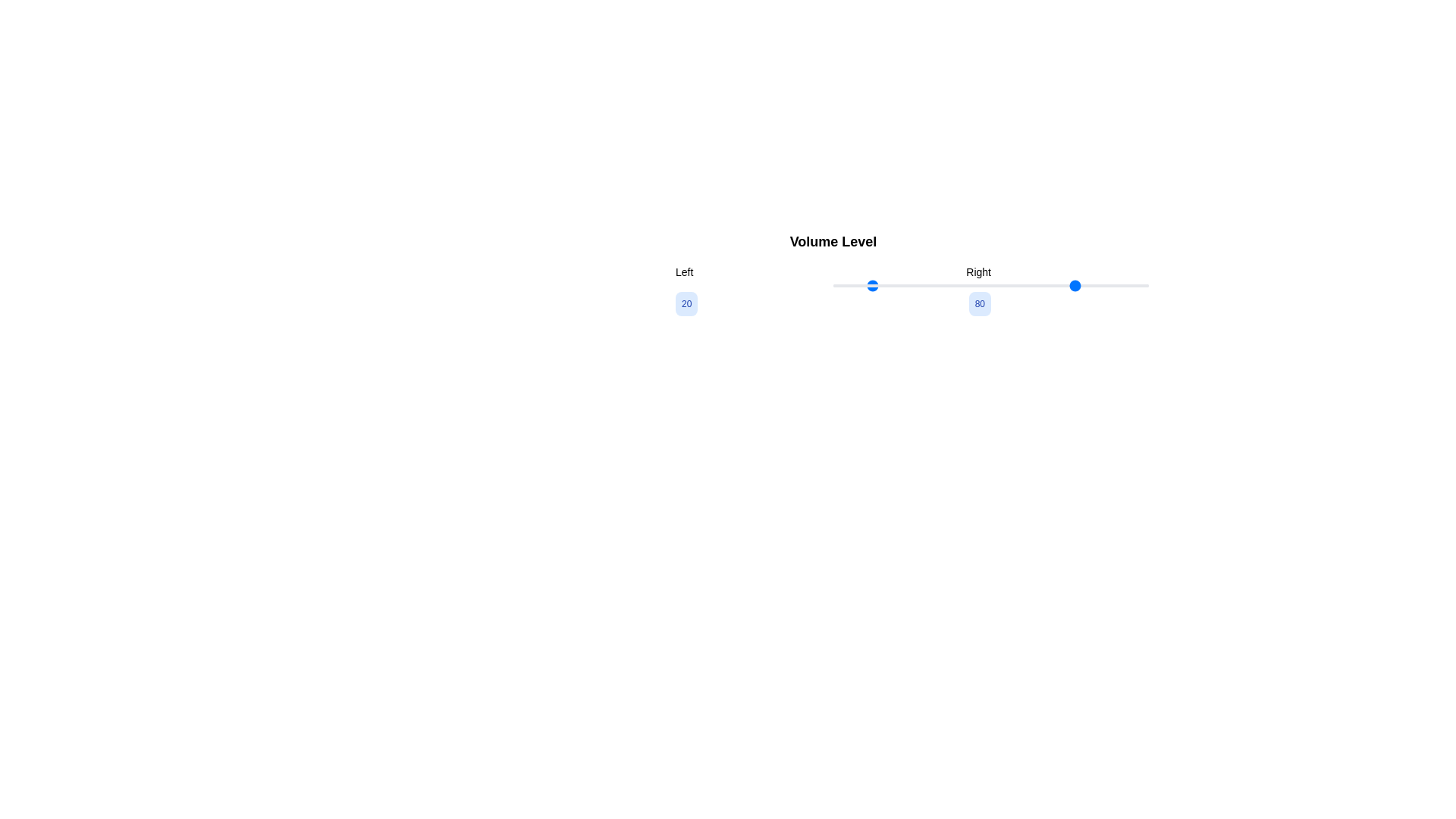 Image resolution: width=1456 pixels, height=819 pixels. I want to click on the Text block providing contextual boundaries located beneath the slider control in the 'Volume Level' section, displaying the values '20' and '80', so click(833, 304).